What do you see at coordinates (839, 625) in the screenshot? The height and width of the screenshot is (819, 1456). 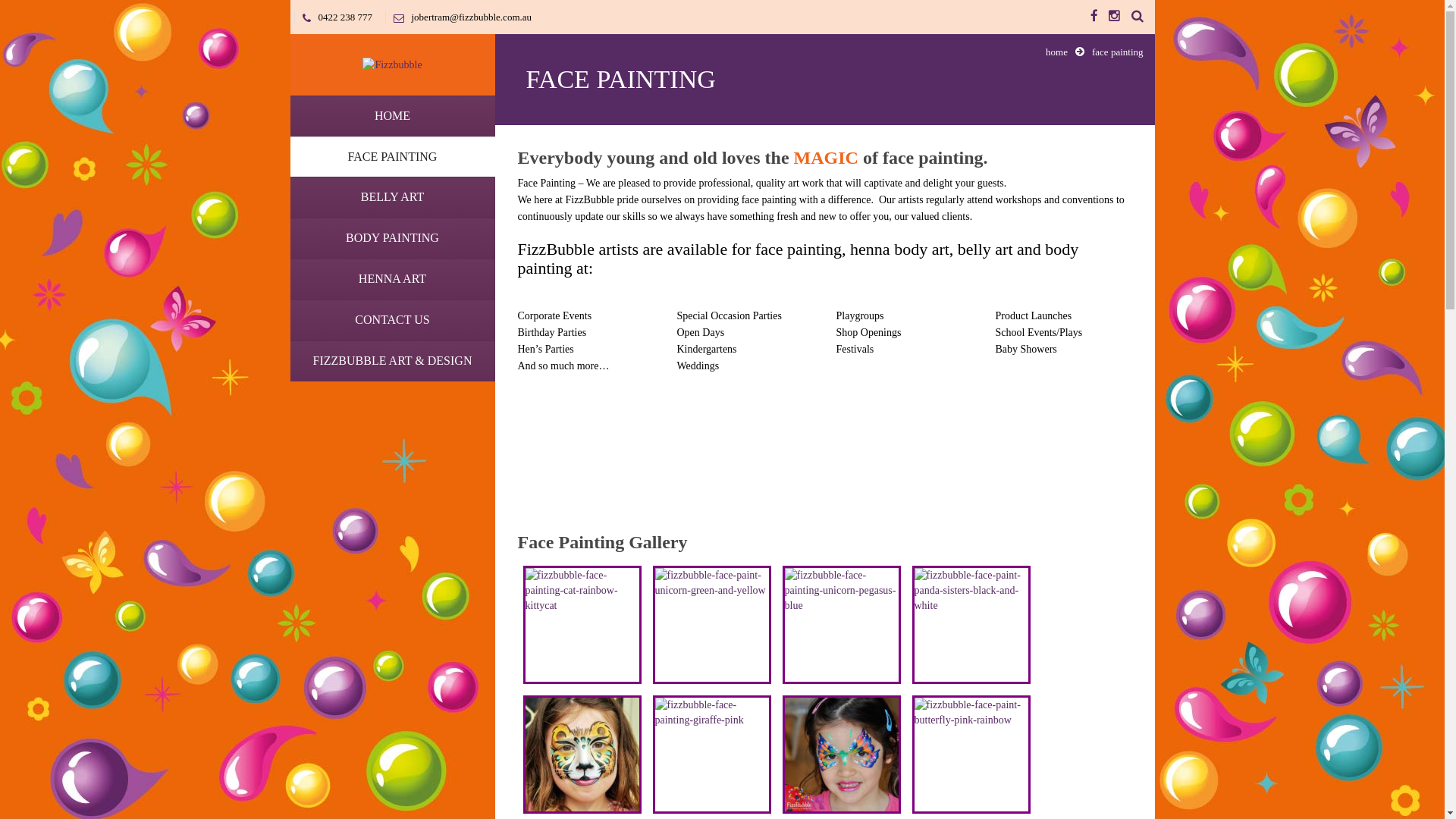 I see `'fizzbubble-face-painting-unicorn-pegasus-blue'` at bounding box center [839, 625].